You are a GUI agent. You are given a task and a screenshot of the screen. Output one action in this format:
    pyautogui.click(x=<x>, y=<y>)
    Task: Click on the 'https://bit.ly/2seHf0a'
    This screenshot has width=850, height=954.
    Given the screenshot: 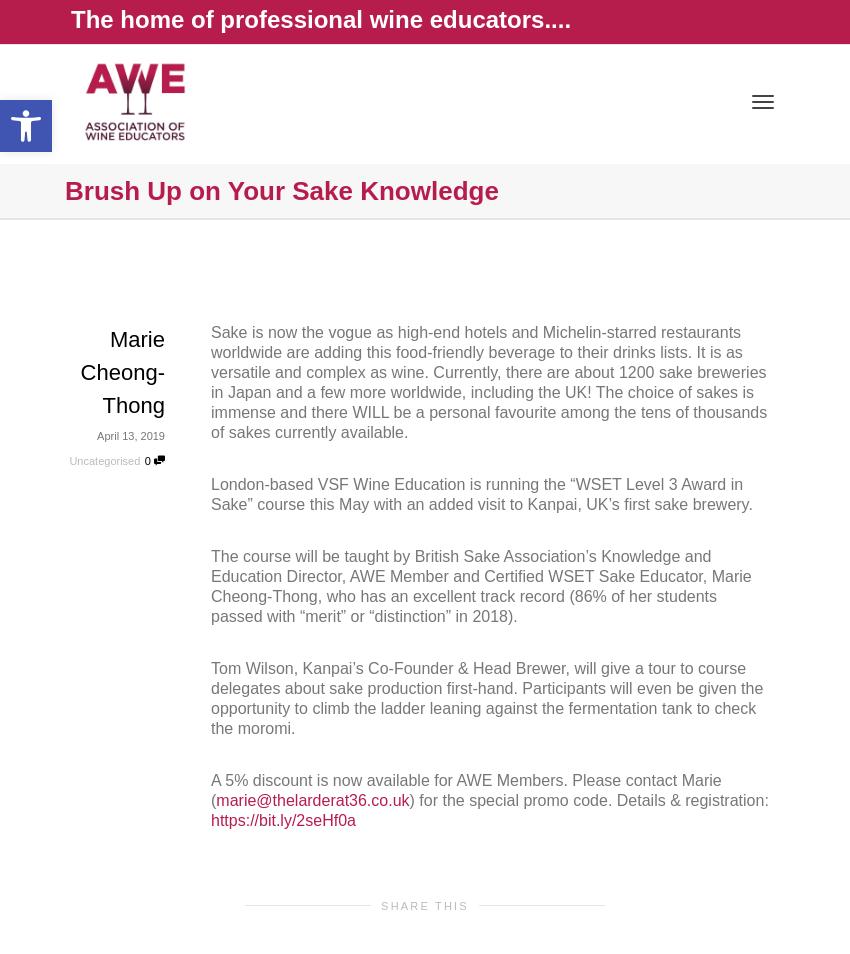 What is the action you would take?
    pyautogui.click(x=281, y=820)
    